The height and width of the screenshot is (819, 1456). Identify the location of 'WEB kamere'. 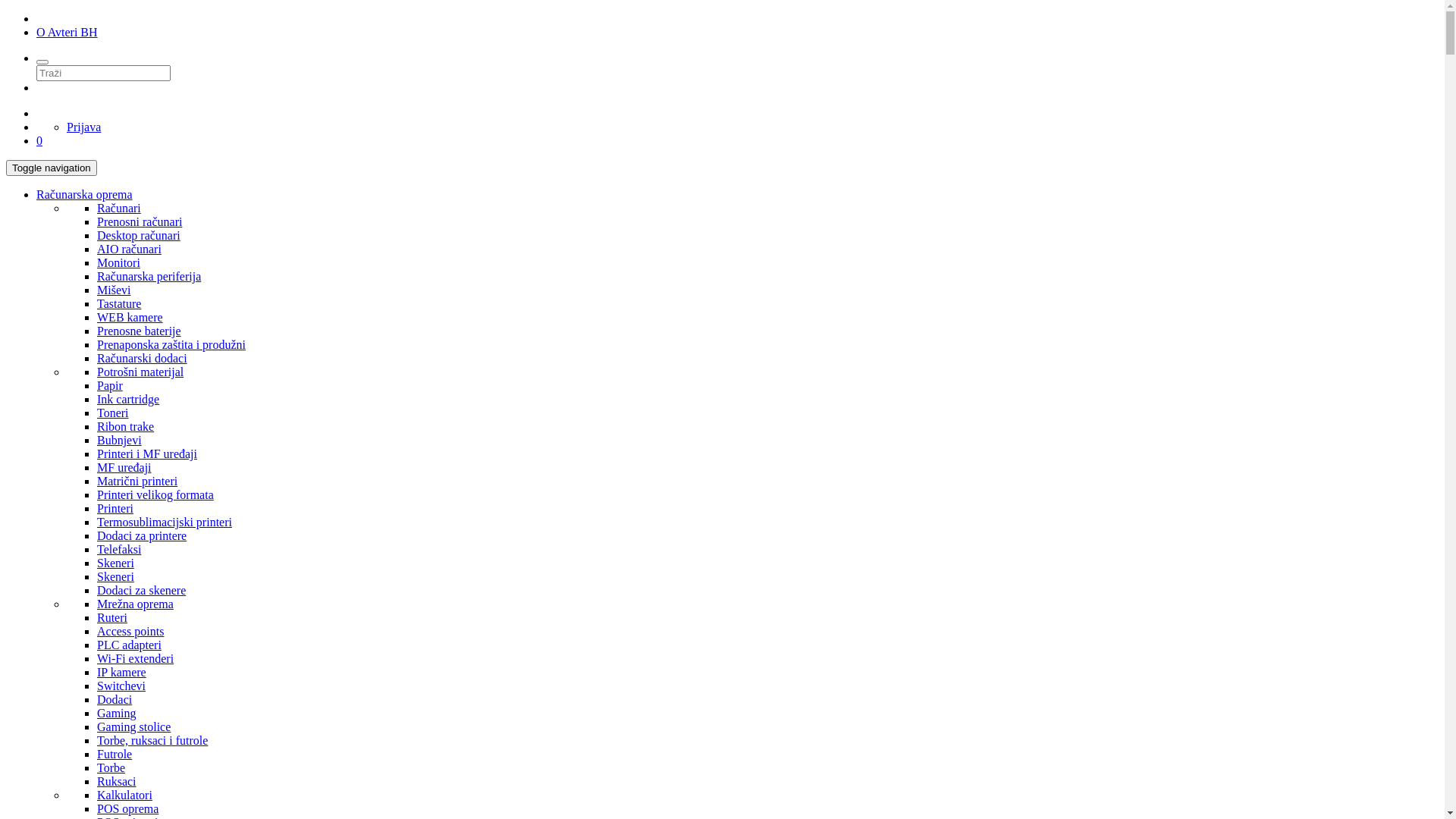
(130, 316).